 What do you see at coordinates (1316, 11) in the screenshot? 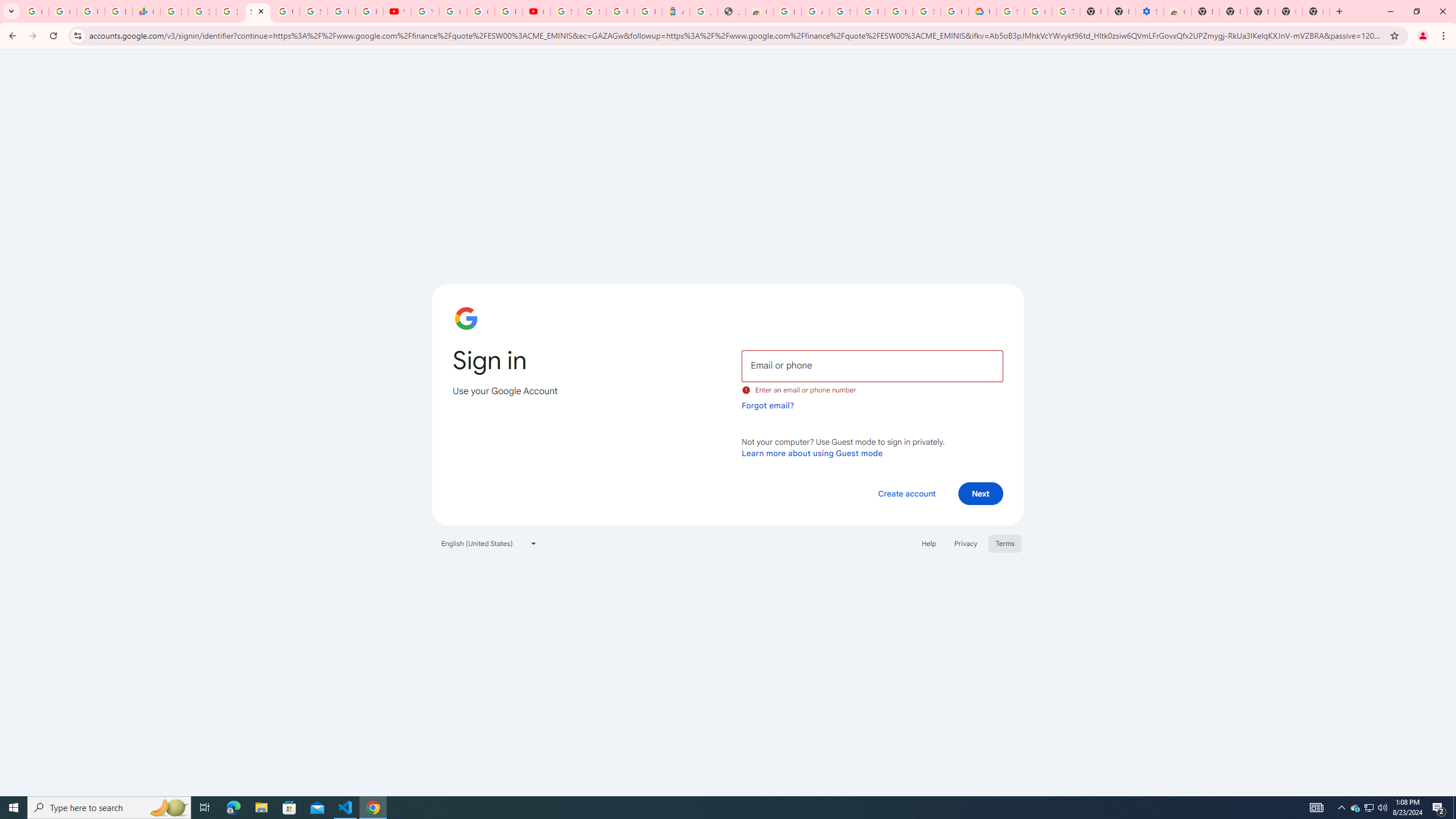
I see `'New Tab'` at bounding box center [1316, 11].